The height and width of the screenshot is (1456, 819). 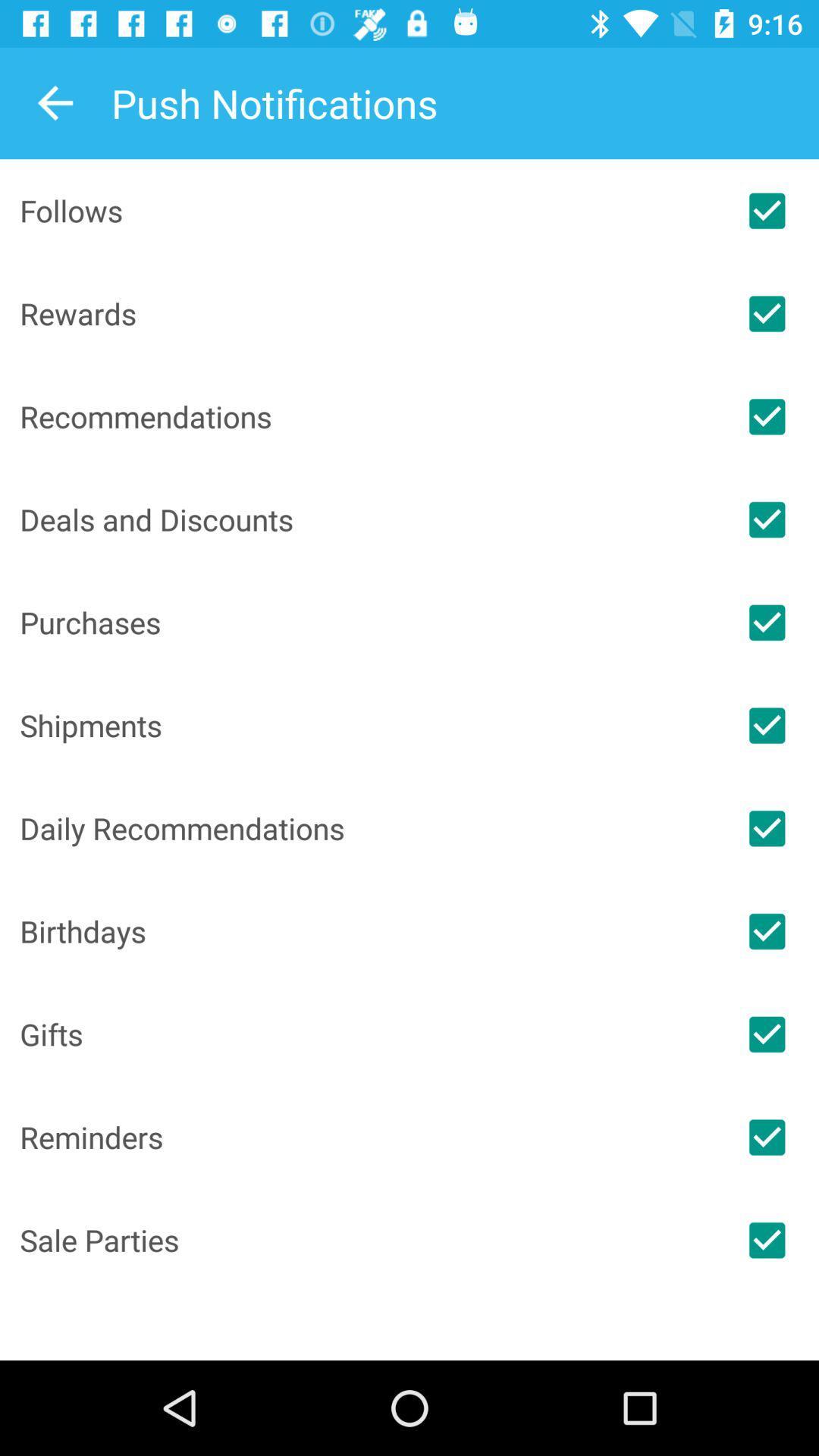 I want to click on notification to be on, so click(x=767, y=1034).